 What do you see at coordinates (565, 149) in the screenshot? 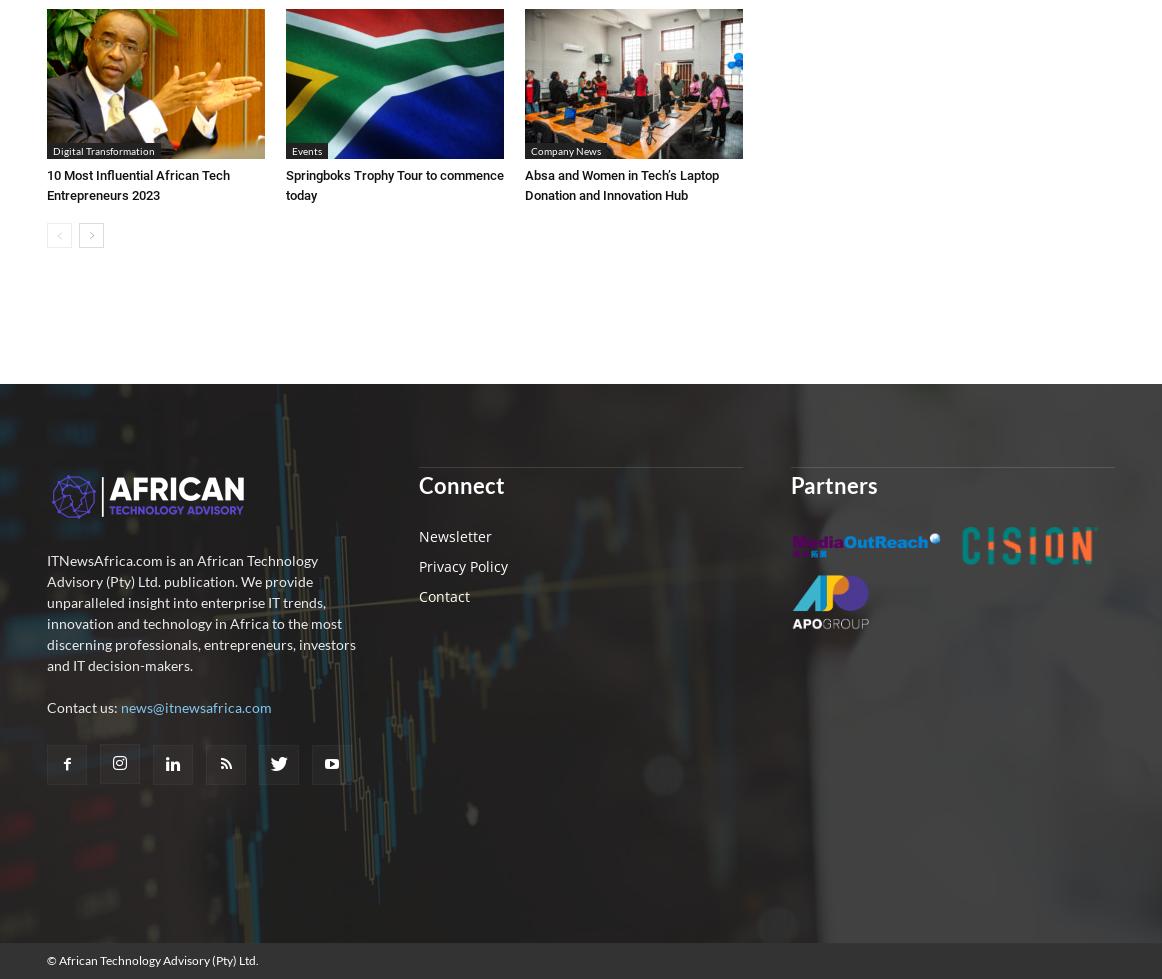
I see `'Company News'` at bounding box center [565, 149].